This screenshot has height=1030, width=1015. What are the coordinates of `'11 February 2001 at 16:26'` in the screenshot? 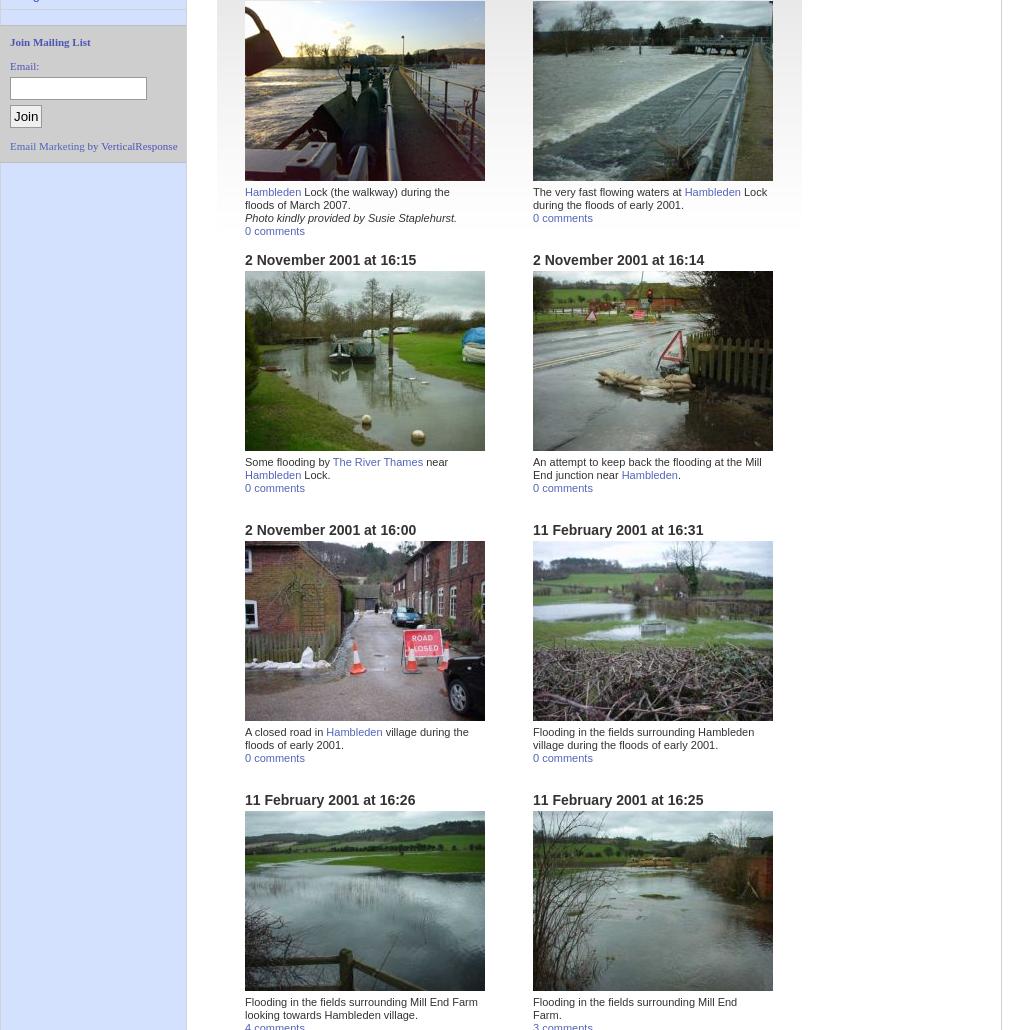 It's located at (328, 799).